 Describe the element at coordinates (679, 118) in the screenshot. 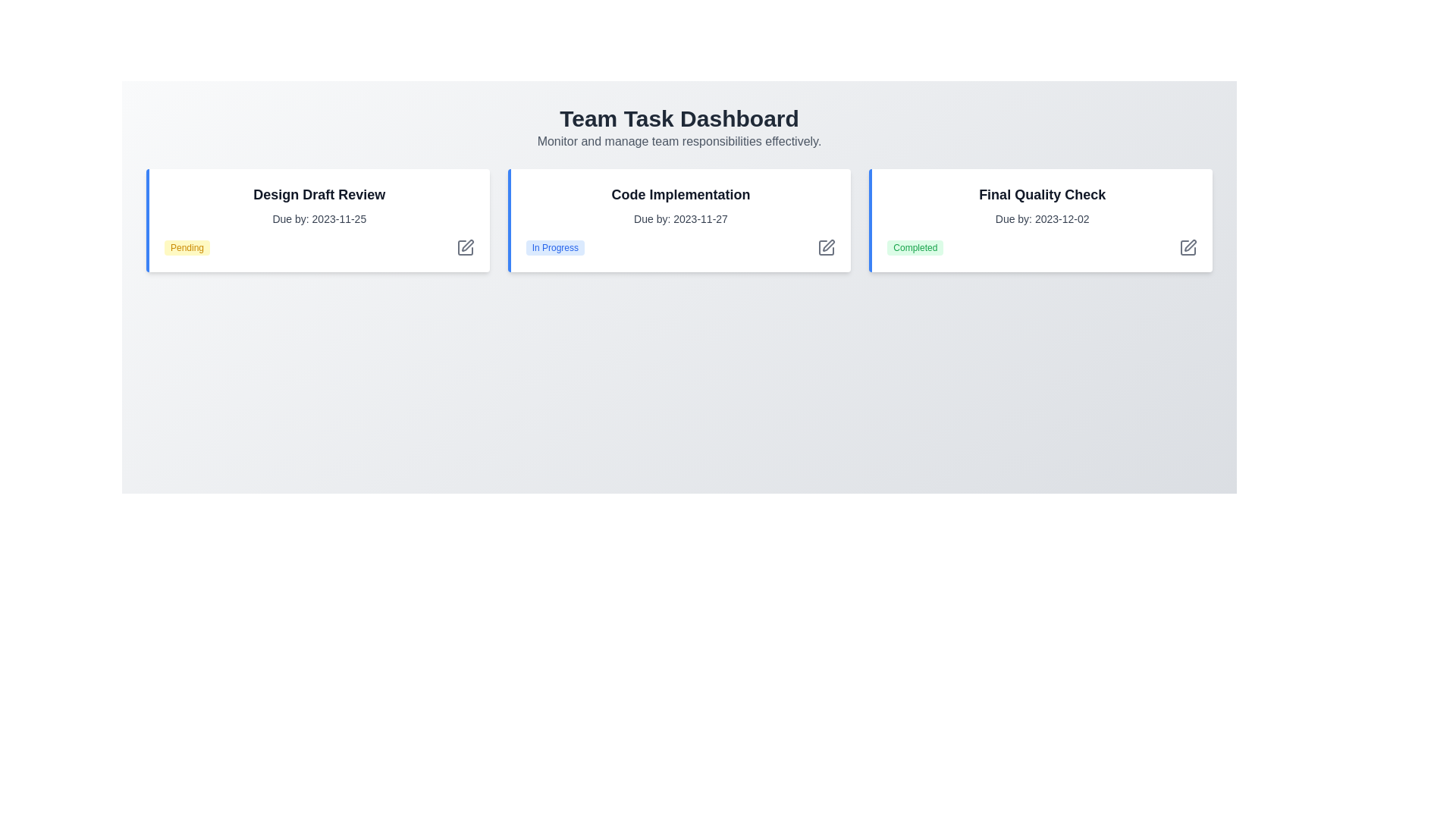

I see `the prominent heading text 'Team Task Dashboard', which is styled in a bold font and colored in dark gray, located near the top of the interface` at that location.